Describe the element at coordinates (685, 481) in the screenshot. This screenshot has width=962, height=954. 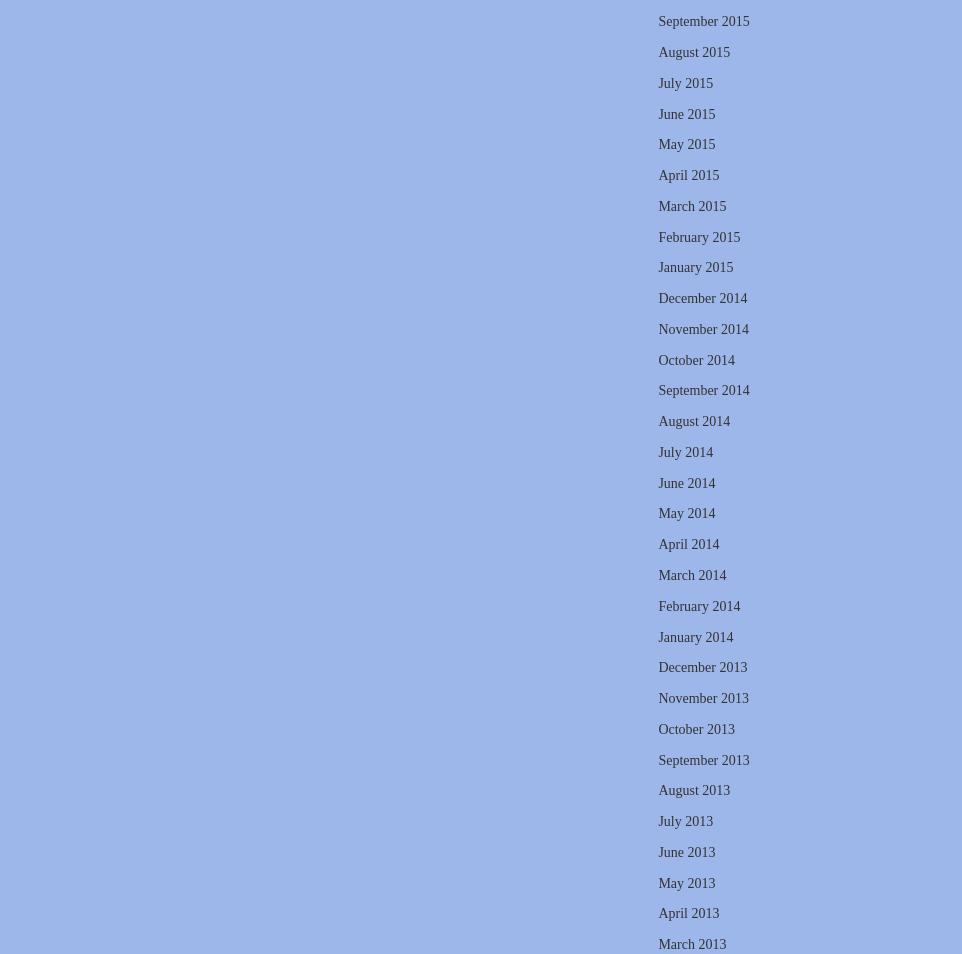
I see `'June 2014'` at that location.